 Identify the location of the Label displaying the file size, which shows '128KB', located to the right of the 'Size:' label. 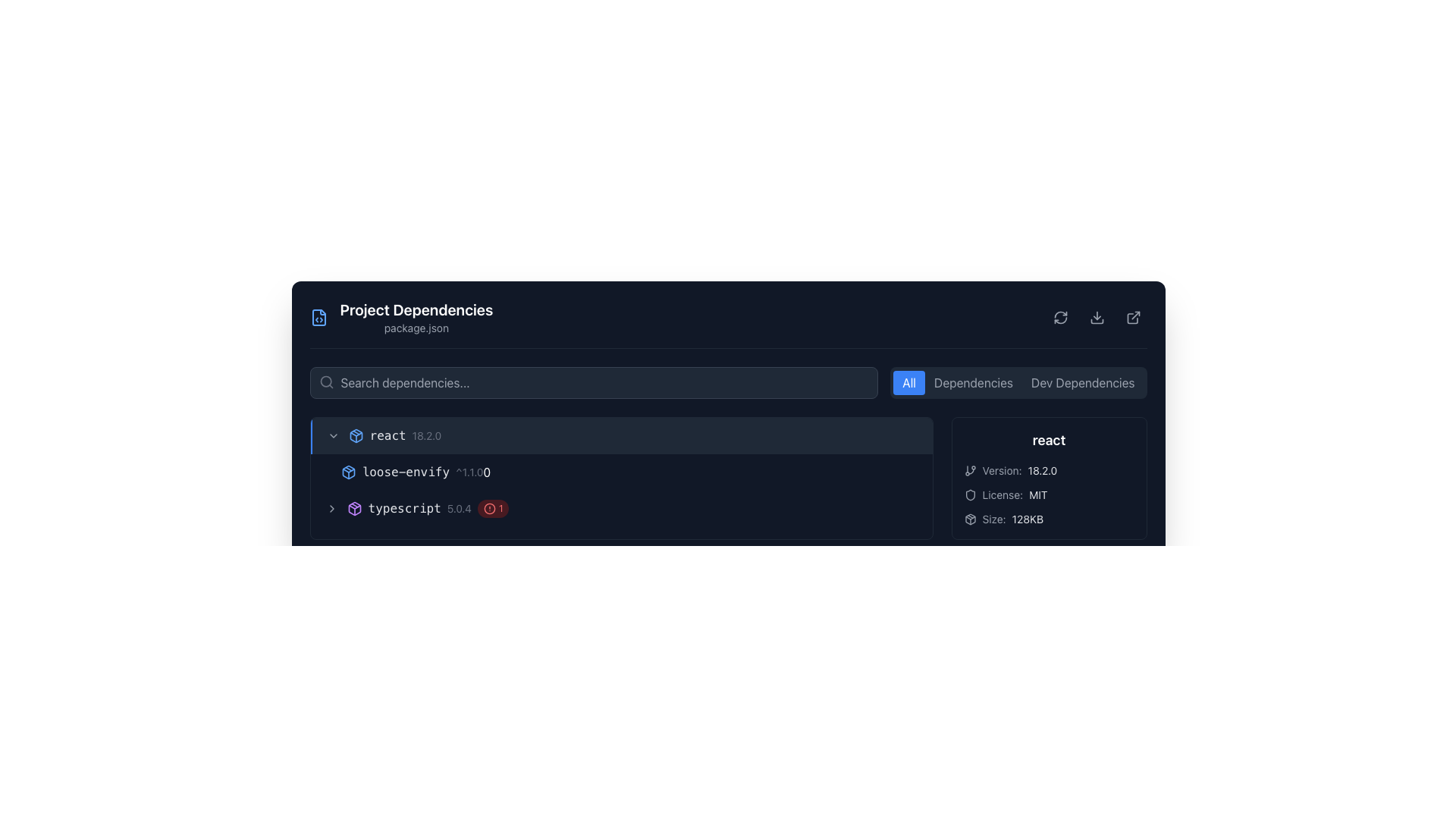
(1028, 519).